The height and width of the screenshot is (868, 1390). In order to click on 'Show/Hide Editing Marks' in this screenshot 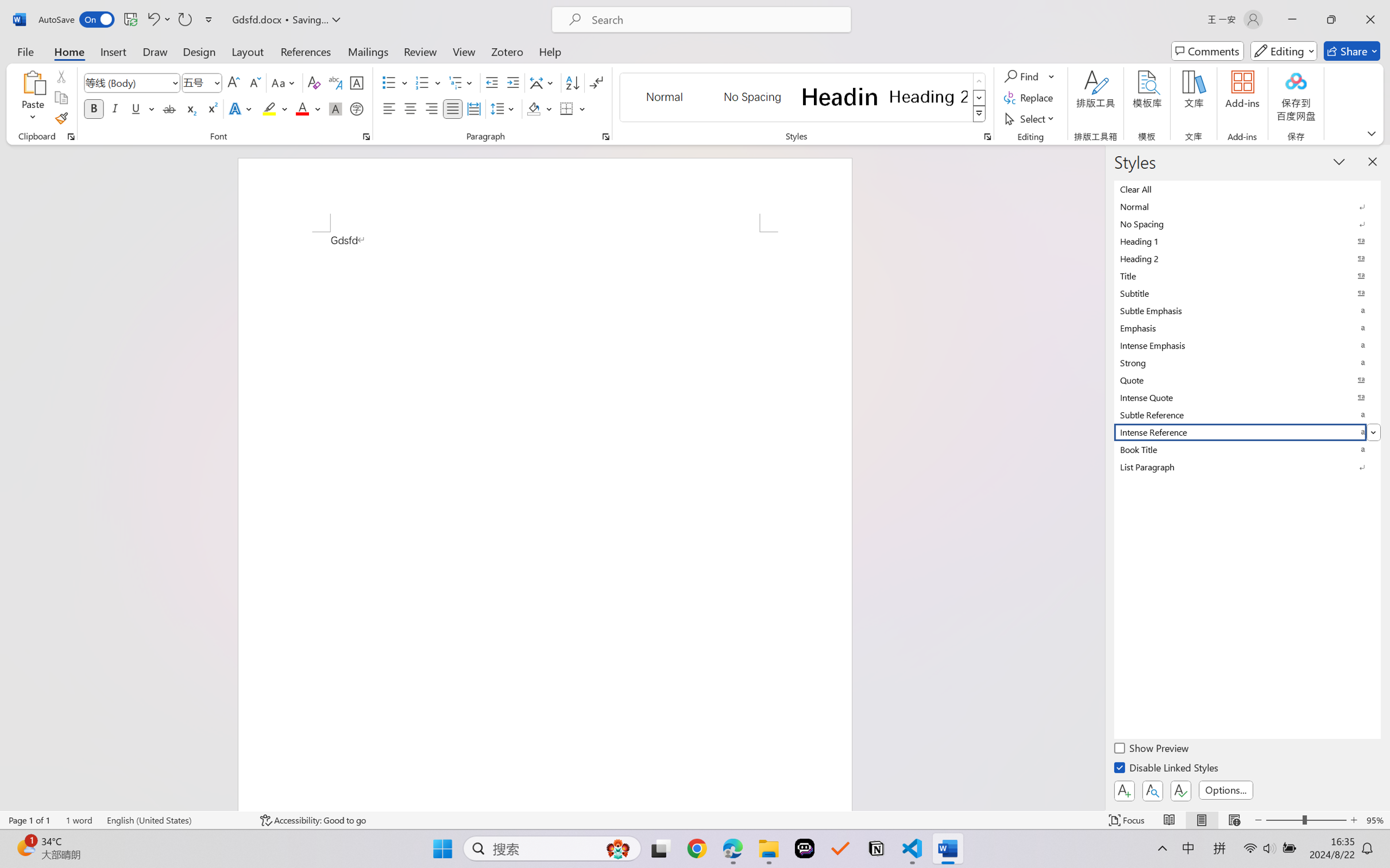, I will do `click(596, 83)`.